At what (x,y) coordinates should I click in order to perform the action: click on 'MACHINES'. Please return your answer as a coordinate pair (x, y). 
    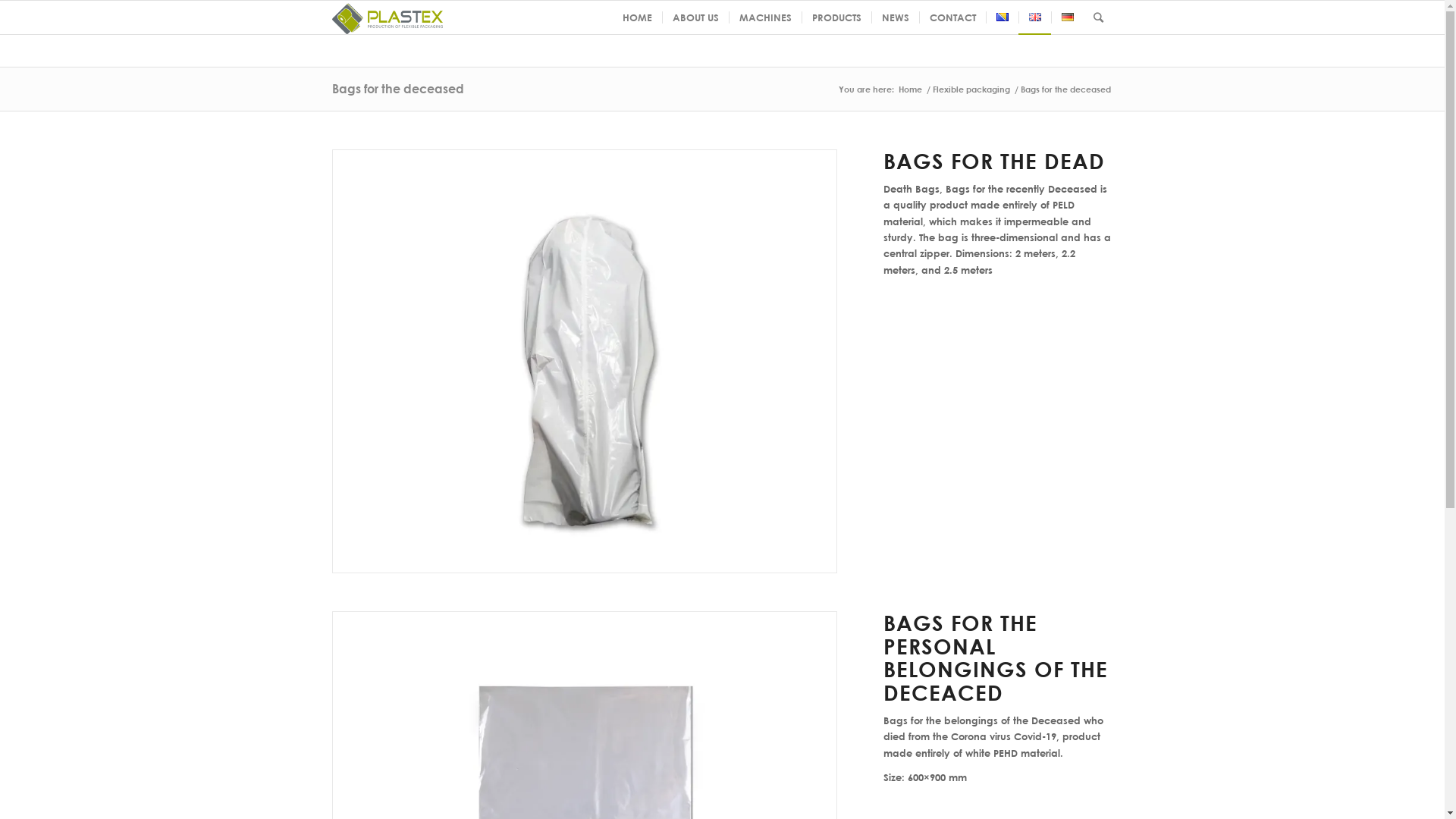
    Looking at the image, I should click on (728, 17).